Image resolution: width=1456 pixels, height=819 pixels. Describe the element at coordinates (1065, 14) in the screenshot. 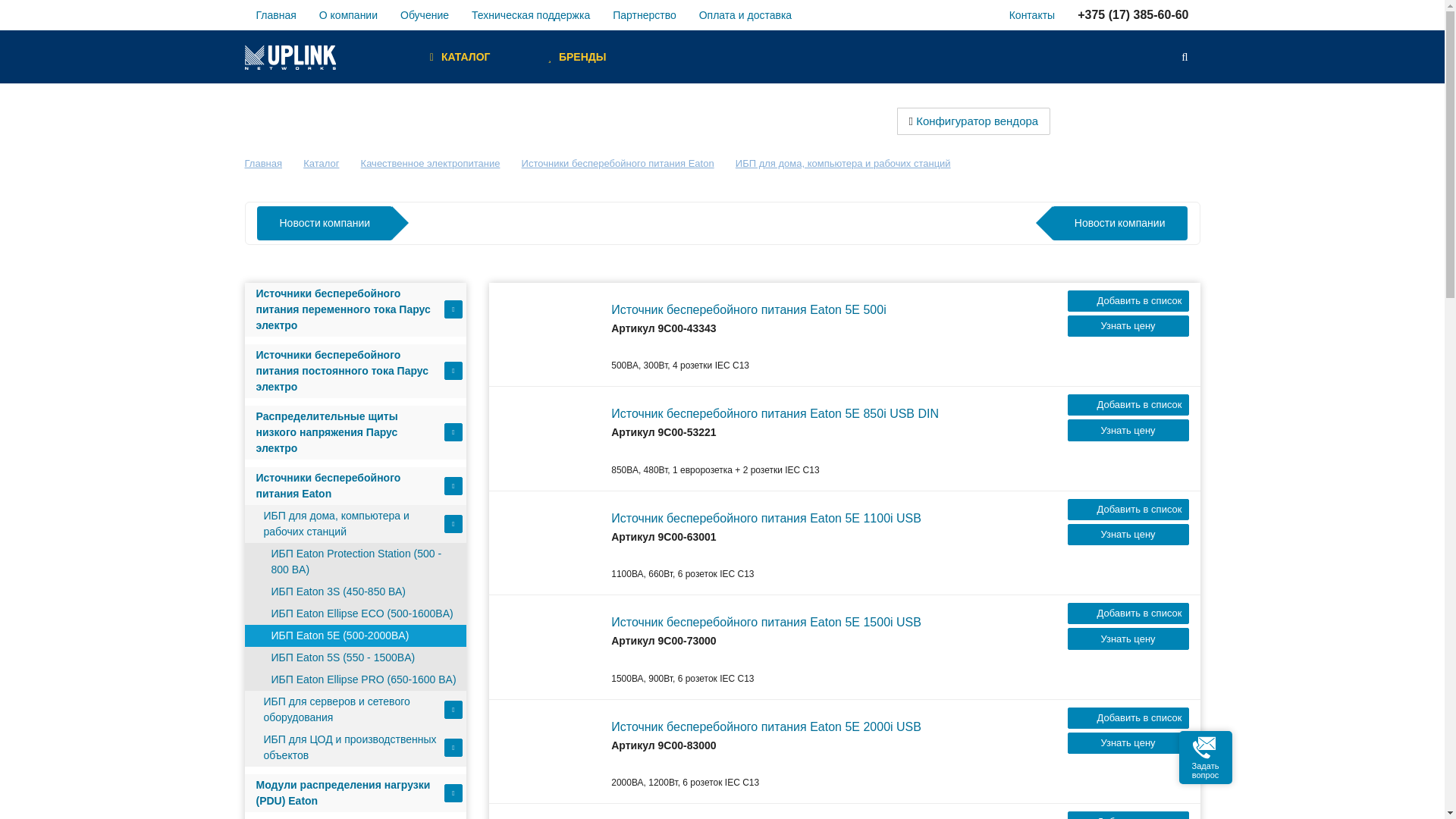

I see `'+375 (17) 385-60-60'` at that location.